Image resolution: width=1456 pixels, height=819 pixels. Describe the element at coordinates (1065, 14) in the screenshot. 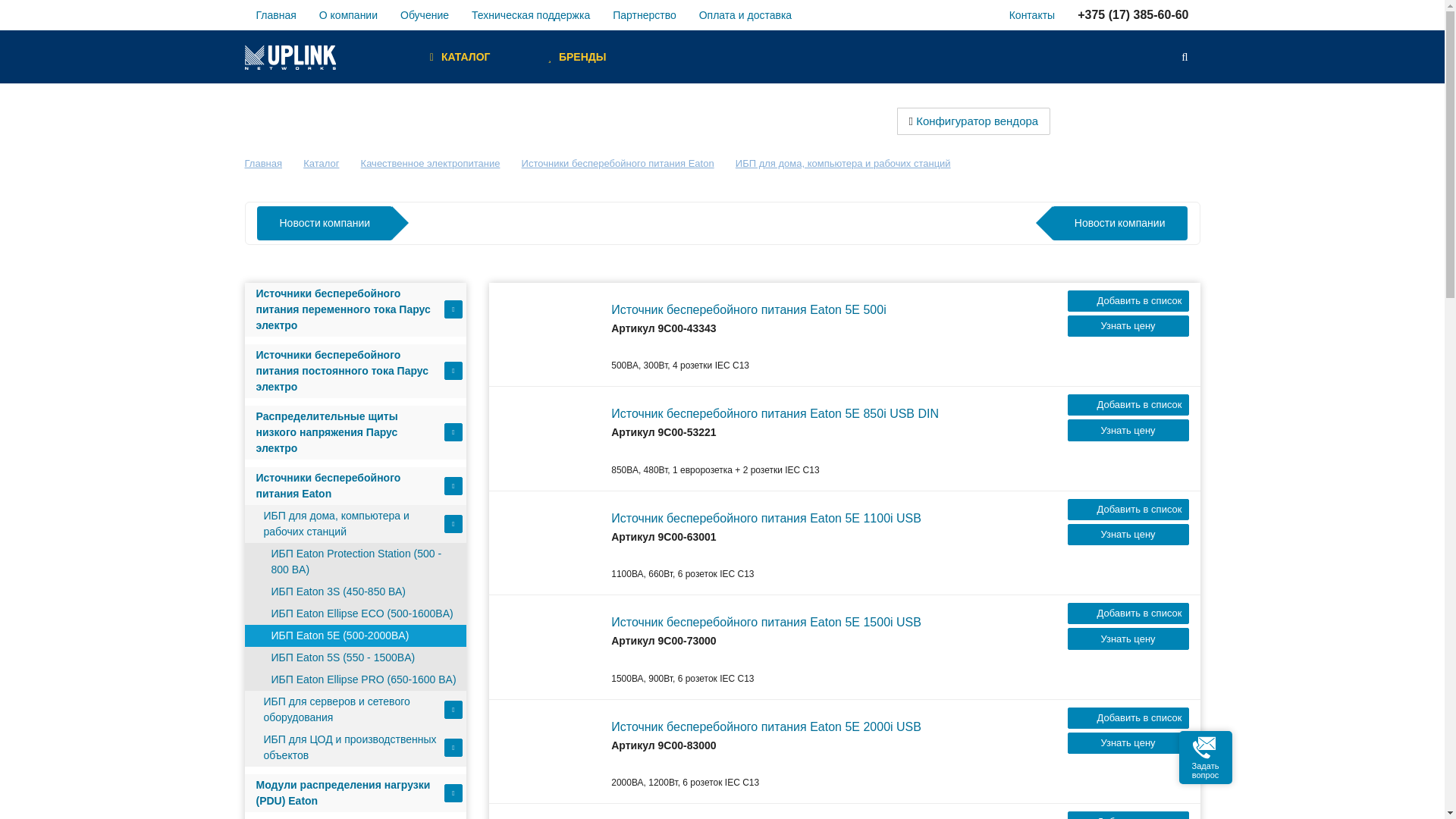

I see `'+375 (17) 385-60-60'` at that location.